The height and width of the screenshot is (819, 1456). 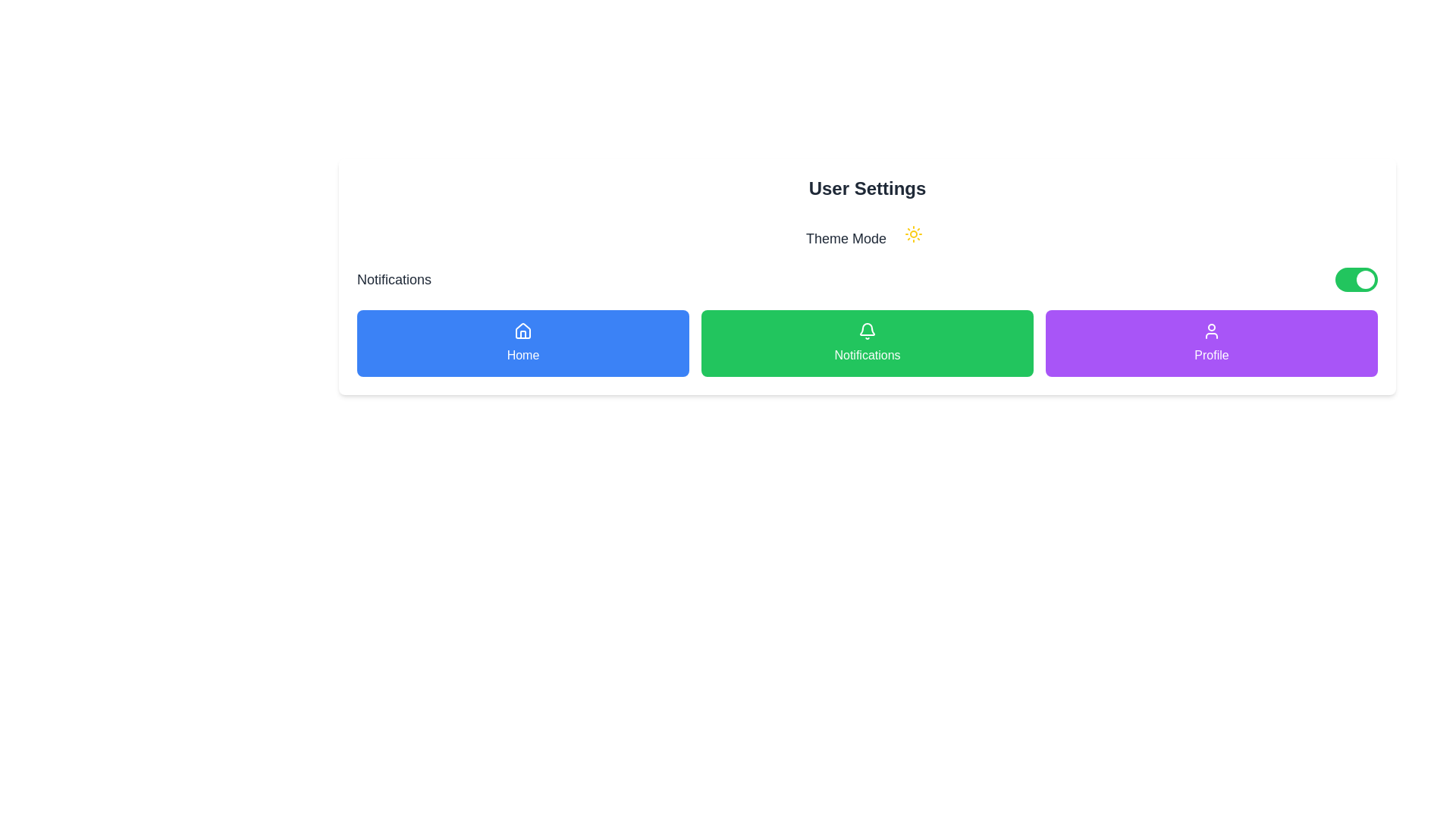 I want to click on the text label that describes the theme-setting feature, located centrally below the 'User Settings' header, so click(x=846, y=239).